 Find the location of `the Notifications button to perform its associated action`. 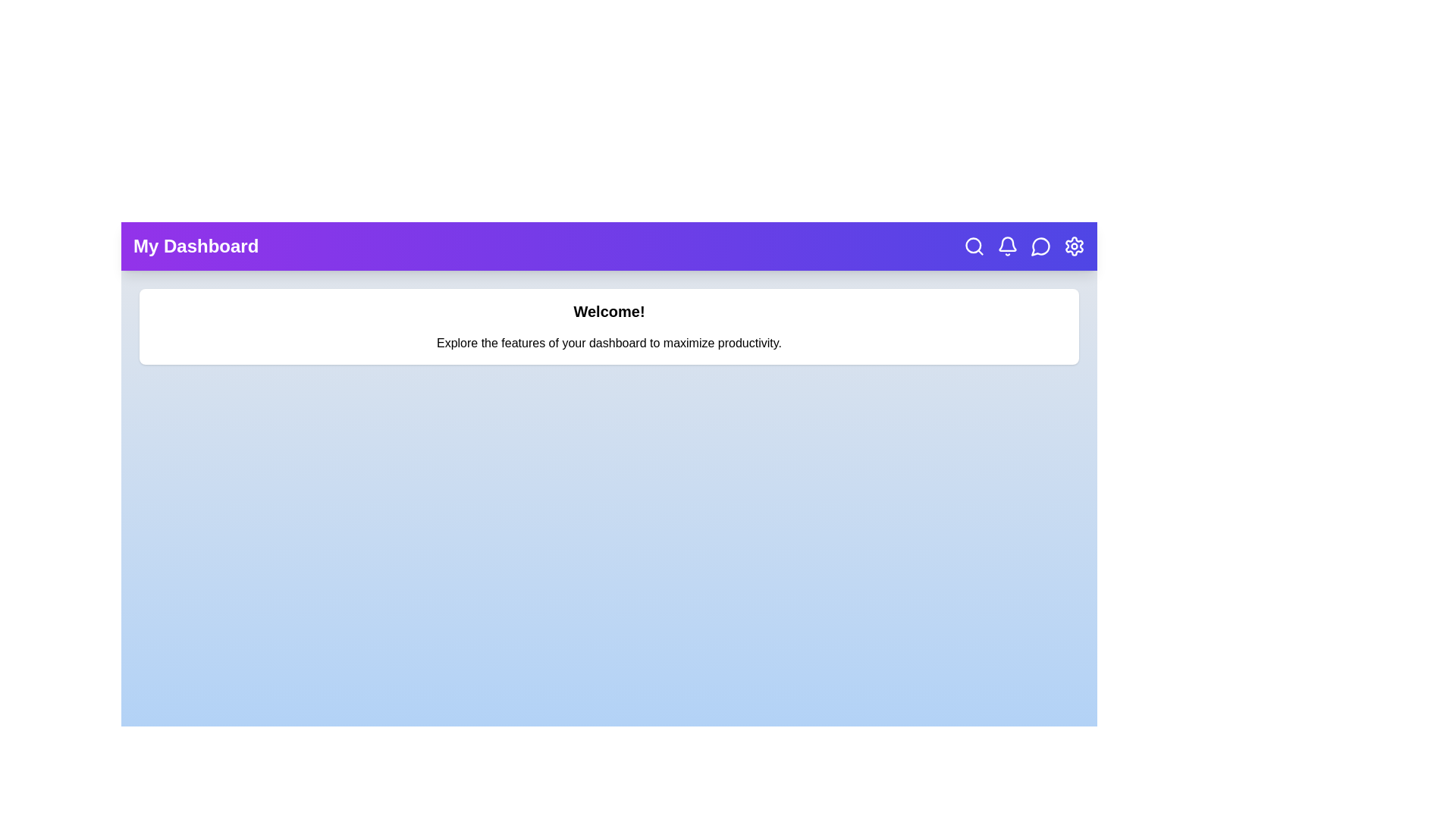

the Notifications button to perform its associated action is located at coordinates (1008, 245).